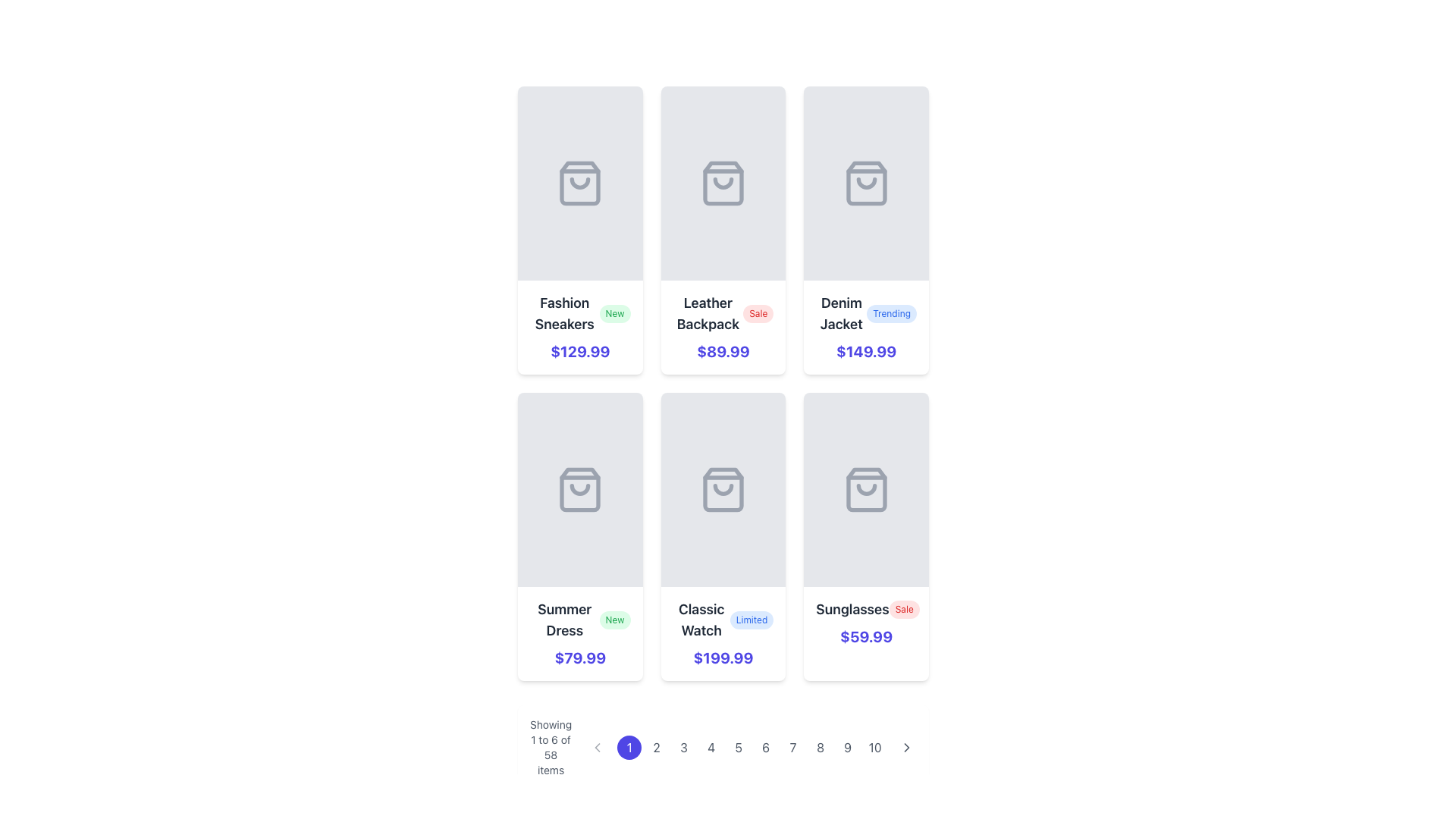 The height and width of the screenshot is (819, 1456). I want to click on the left-pointing chevron icon within the rounded button, so click(597, 747).